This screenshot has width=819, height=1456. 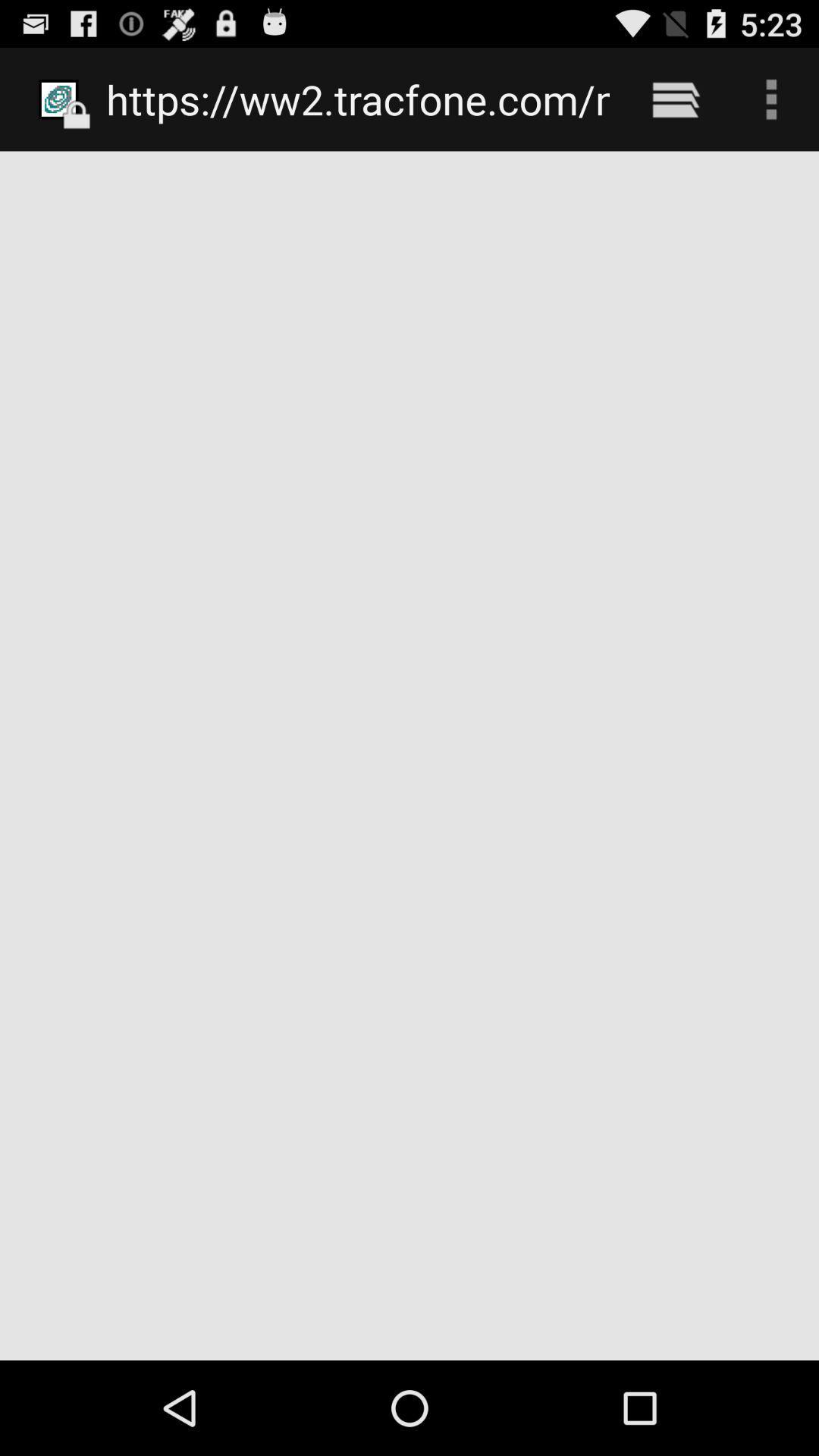 I want to click on the https ww2 tracfone, so click(x=358, y=99).